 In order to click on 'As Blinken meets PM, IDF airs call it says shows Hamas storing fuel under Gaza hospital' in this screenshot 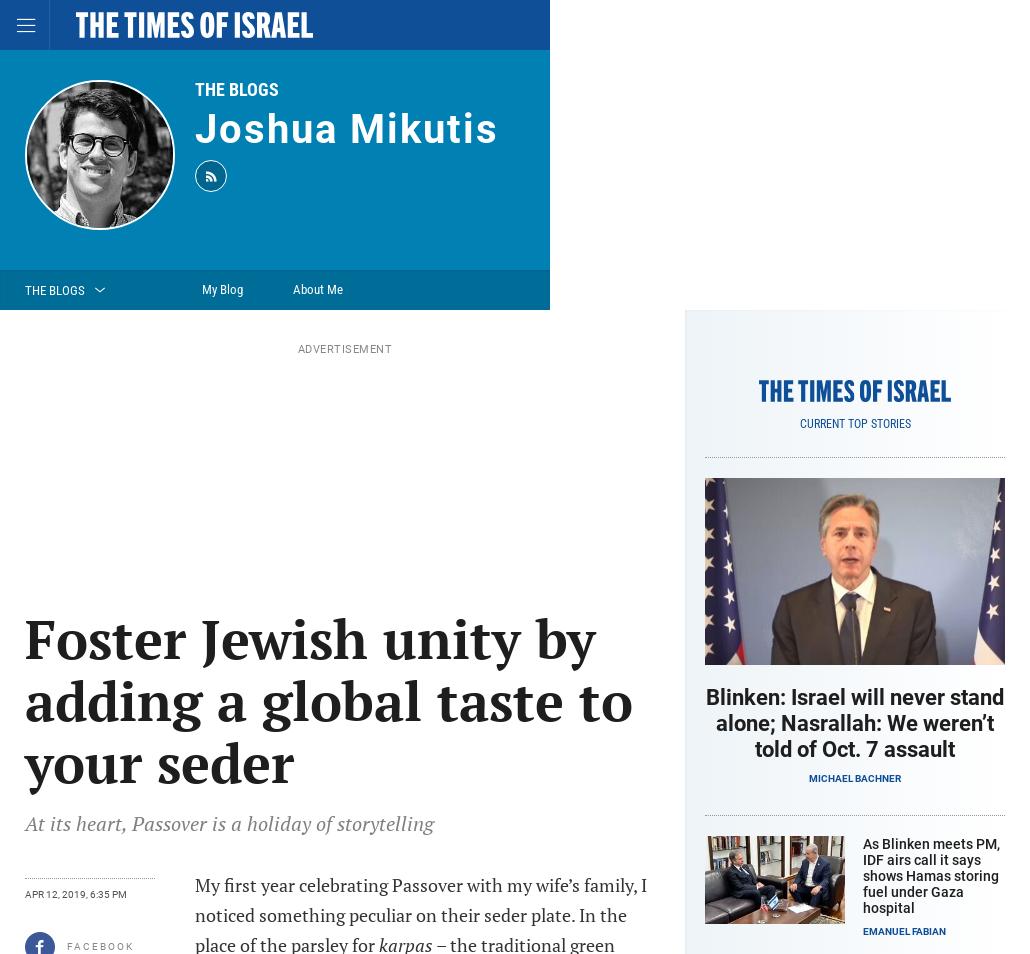, I will do `click(931, 875)`.